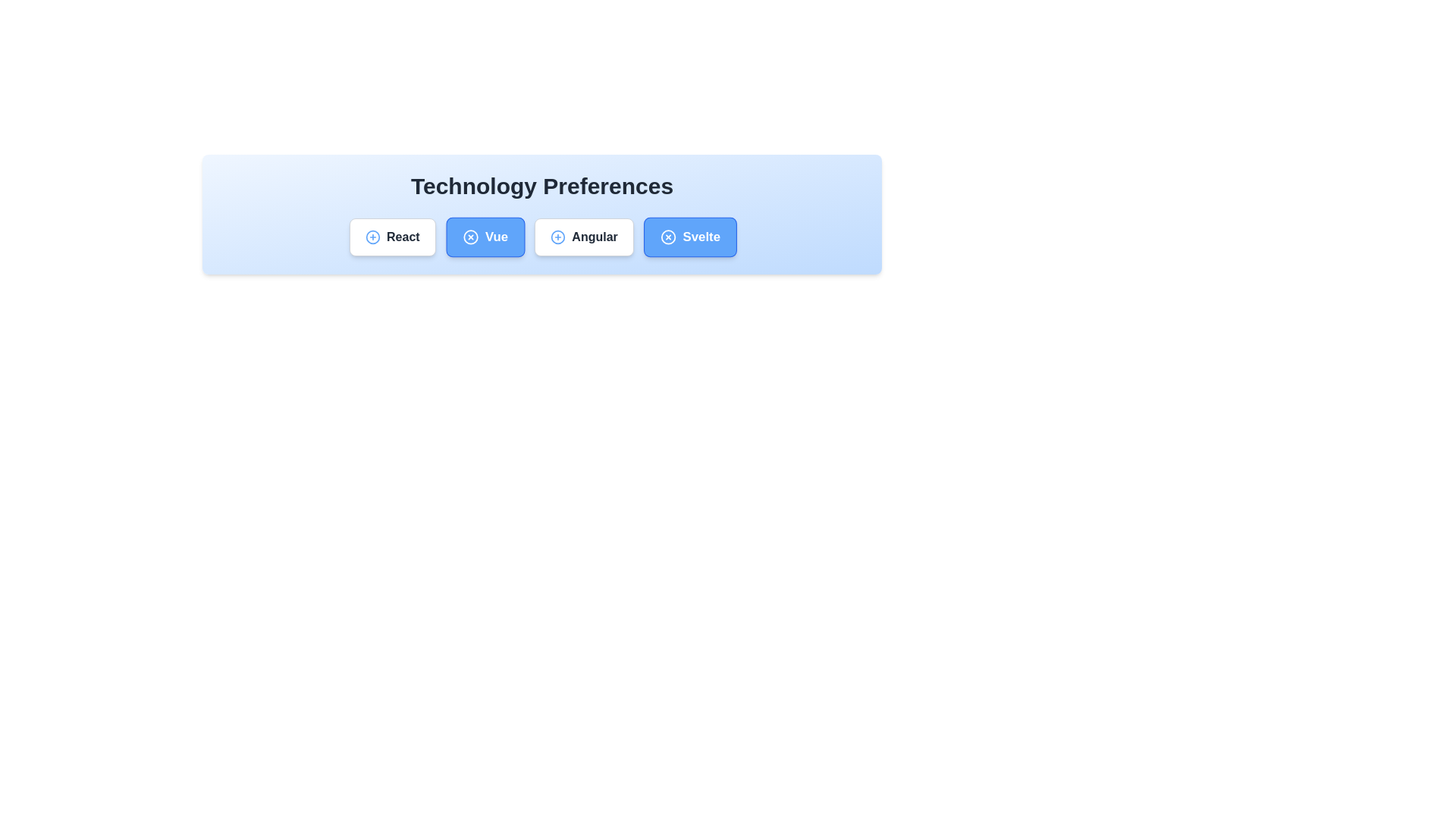  What do you see at coordinates (542, 186) in the screenshot?
I see `the 'Technology Preferences' header to inspect its text` at bounding box center [542, 186].